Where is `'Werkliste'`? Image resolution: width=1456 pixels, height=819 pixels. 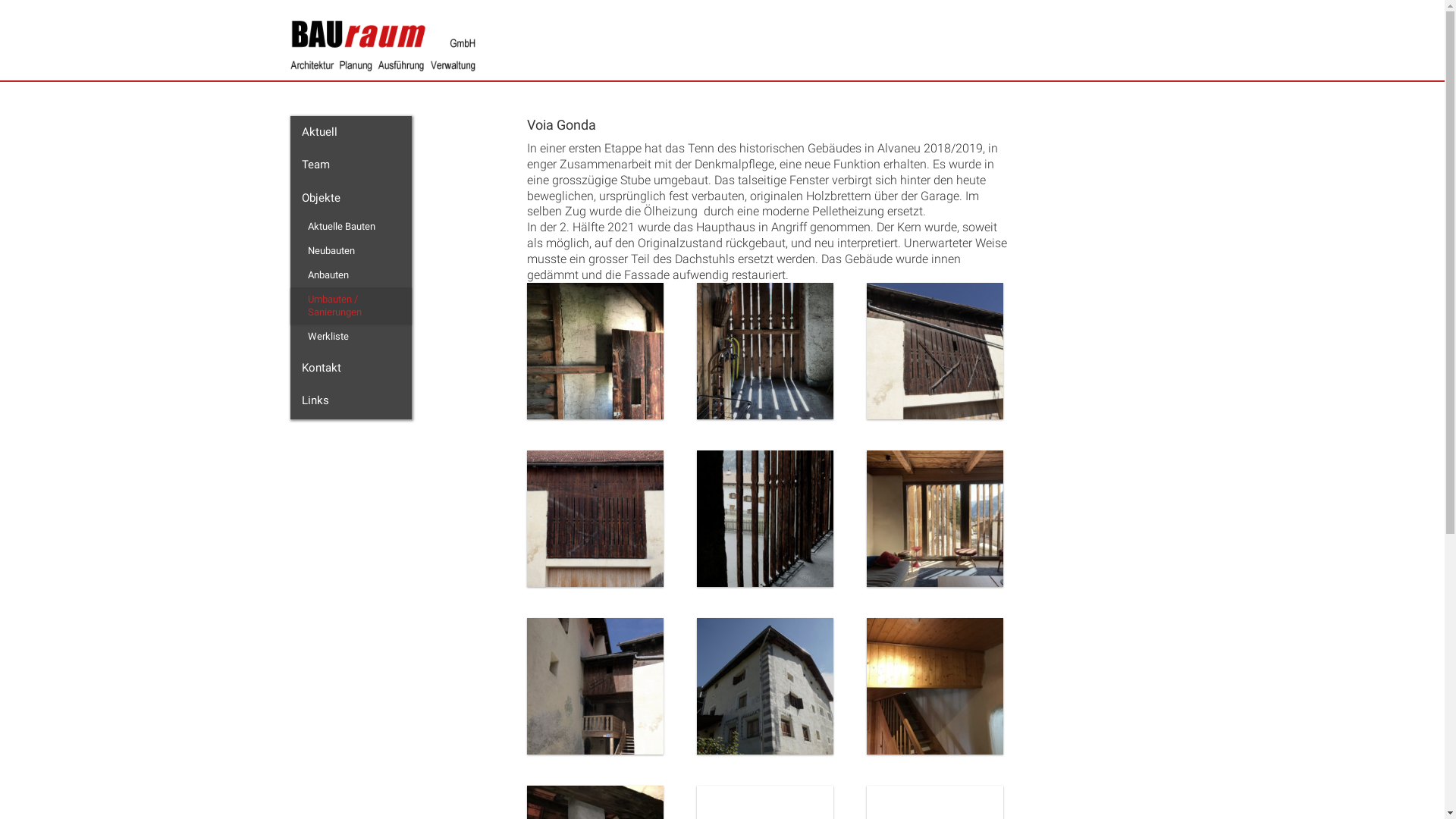 'Werkliste' is located at coordinates (295, 335).